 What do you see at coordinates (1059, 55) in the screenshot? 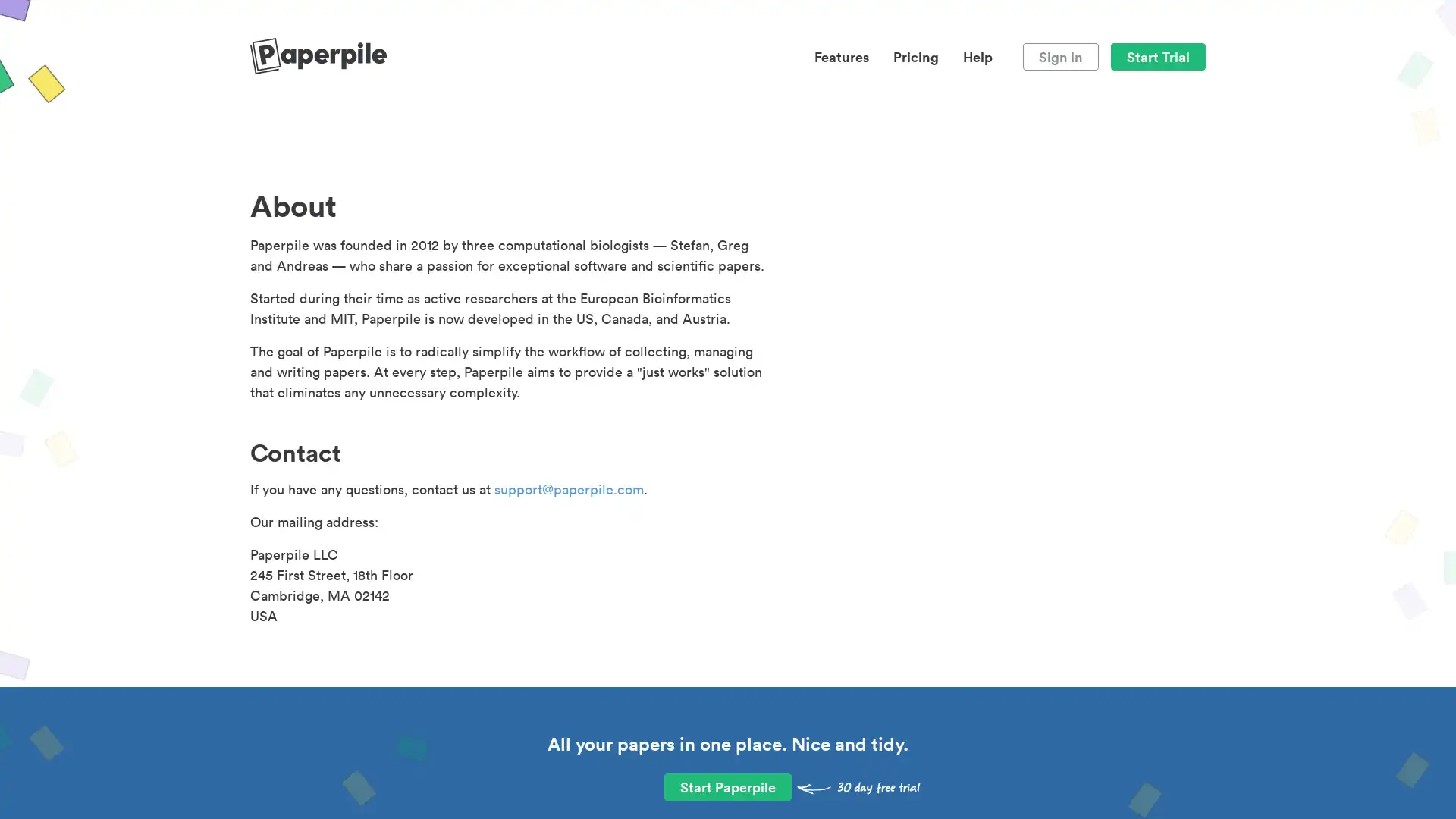
I see `Sign in` at bounding box center [1059, 55].